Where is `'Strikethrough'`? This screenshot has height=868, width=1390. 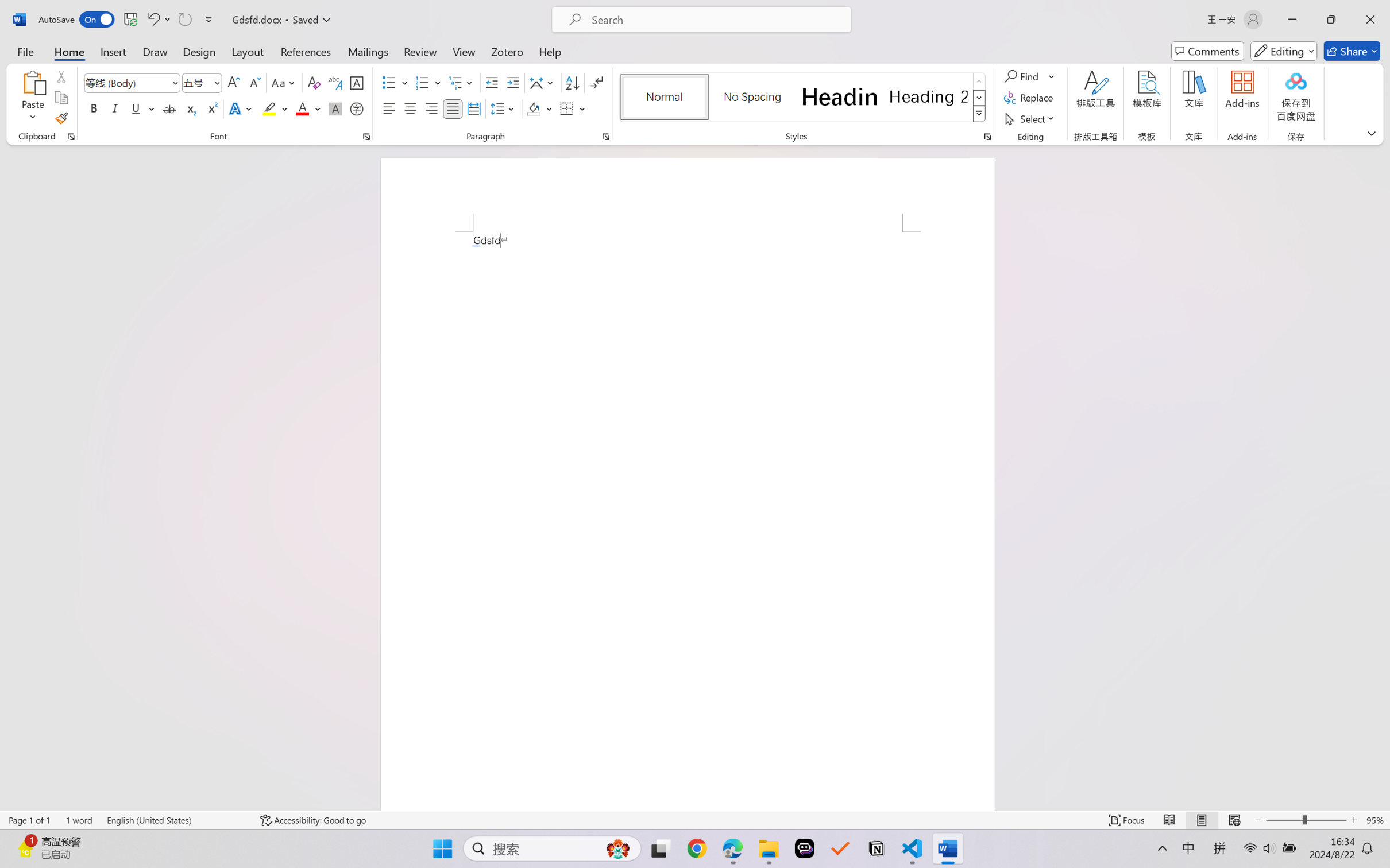 'Strikethrough' is located at coordinates (169, 108).